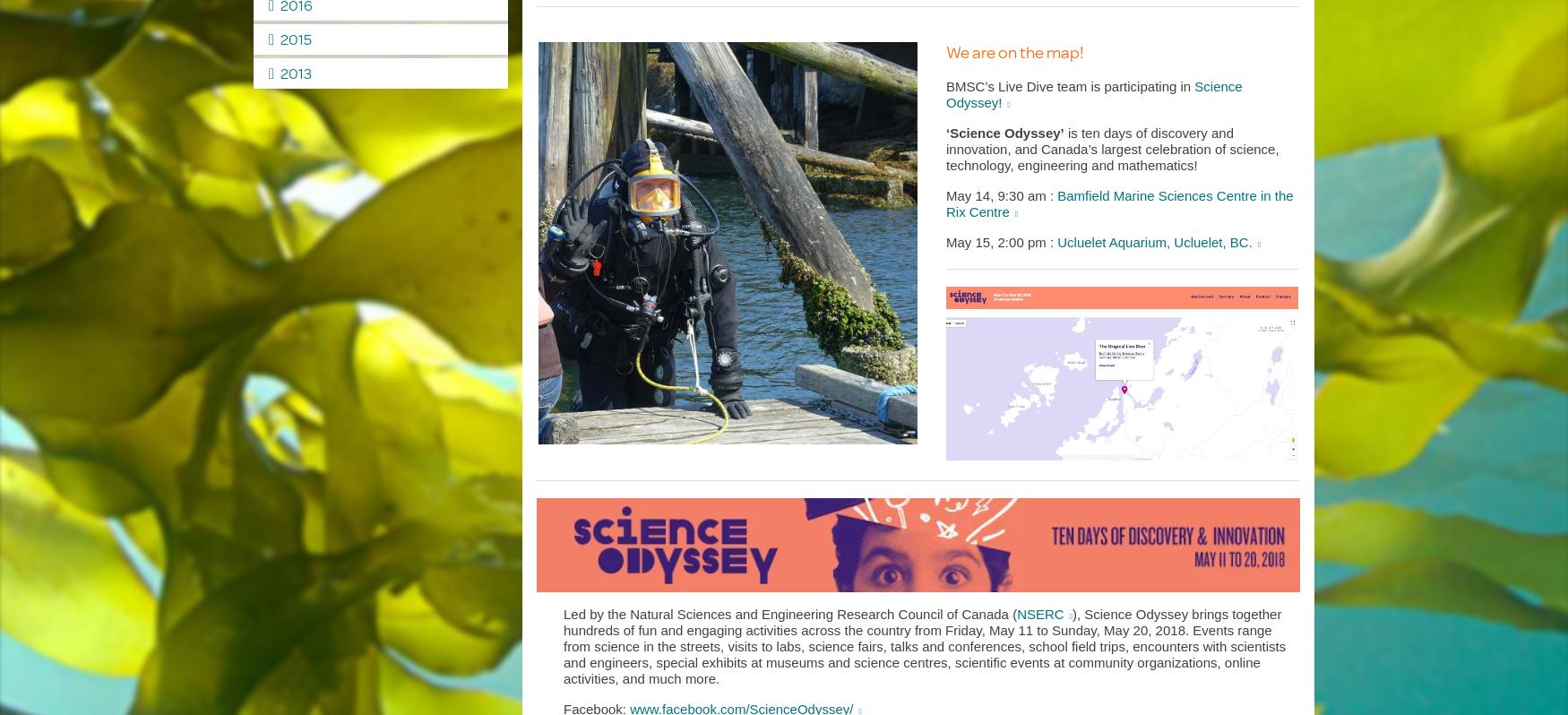 This screenshot has height=715, width=1568. What do you see at coordinates (562, 646) in the screenshot?
I see `'), Science Odyssey brings together hundreds of fun and engaging activities across the country from Friday, May 11 to Sunday, May 20, 2018. Events range from science in the streets, visits to labs, science fairs, talks and conferences, school field trips, encounters with scientists and engineers, special exhibits at museums and science centres, scientific events at community organizations, online activities, and much more.'` at bounding box center [562, 646].